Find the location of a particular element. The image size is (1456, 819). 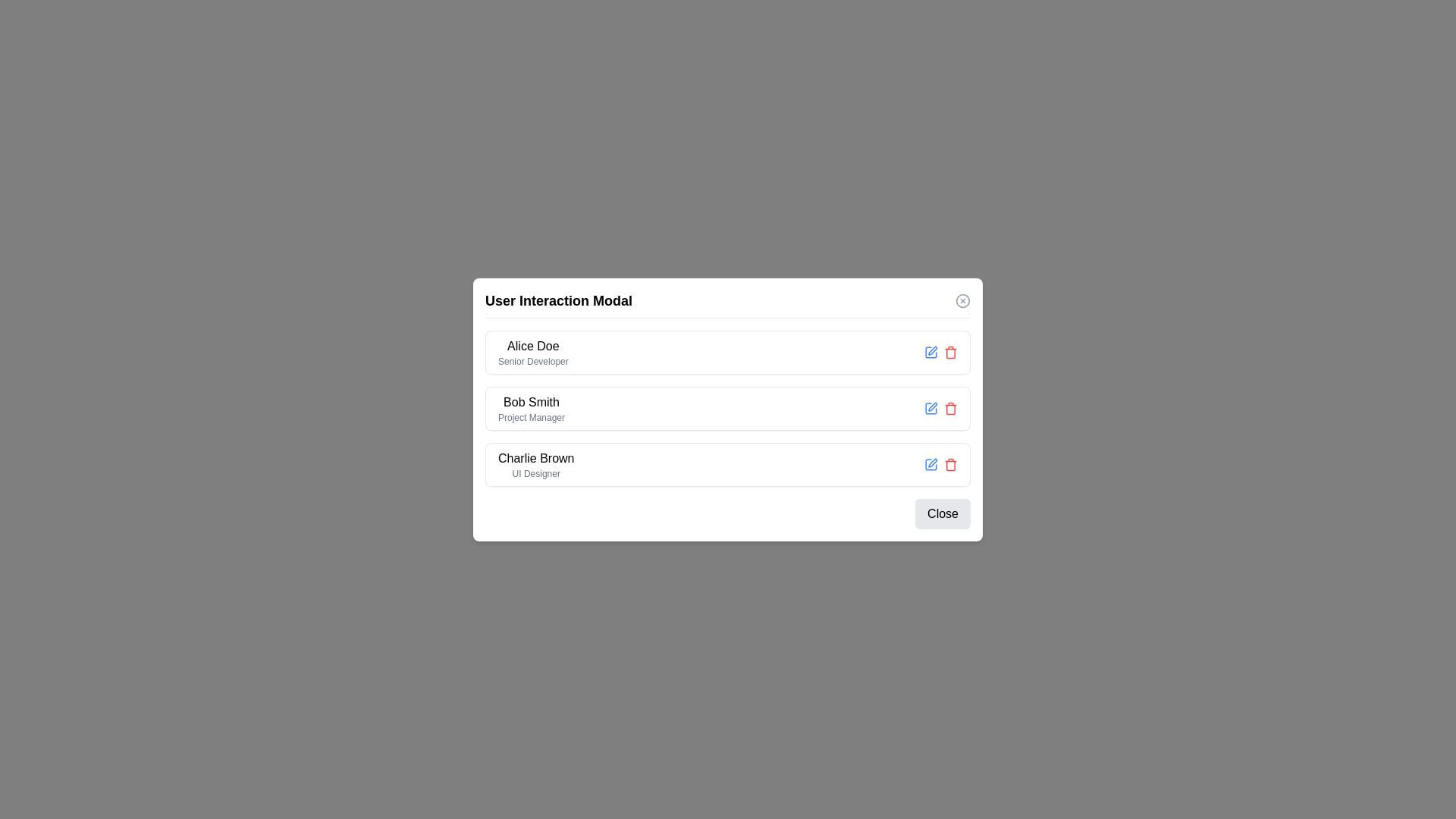

the edit button represented by a pen-shaped icon in the user interaction modal for 'Bob Smith' is located at coordinates (932, 406).